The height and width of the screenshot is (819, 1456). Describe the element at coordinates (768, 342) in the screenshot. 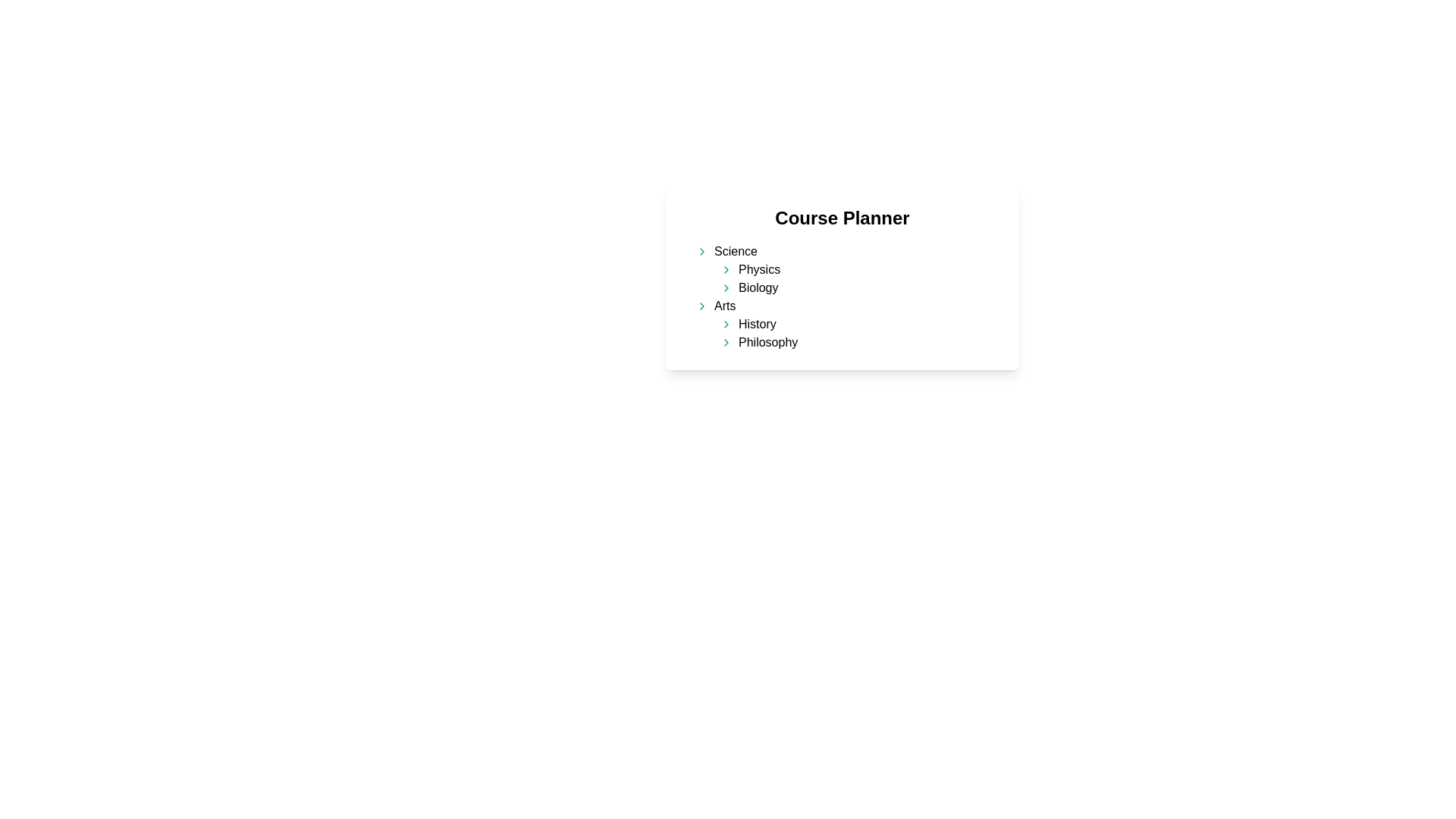

I see `the 'Philosophy' text label, which is styled in a standard sans-serif font and positioned next to a right-facing green arrow icon under the 'Arts' section` at that location.